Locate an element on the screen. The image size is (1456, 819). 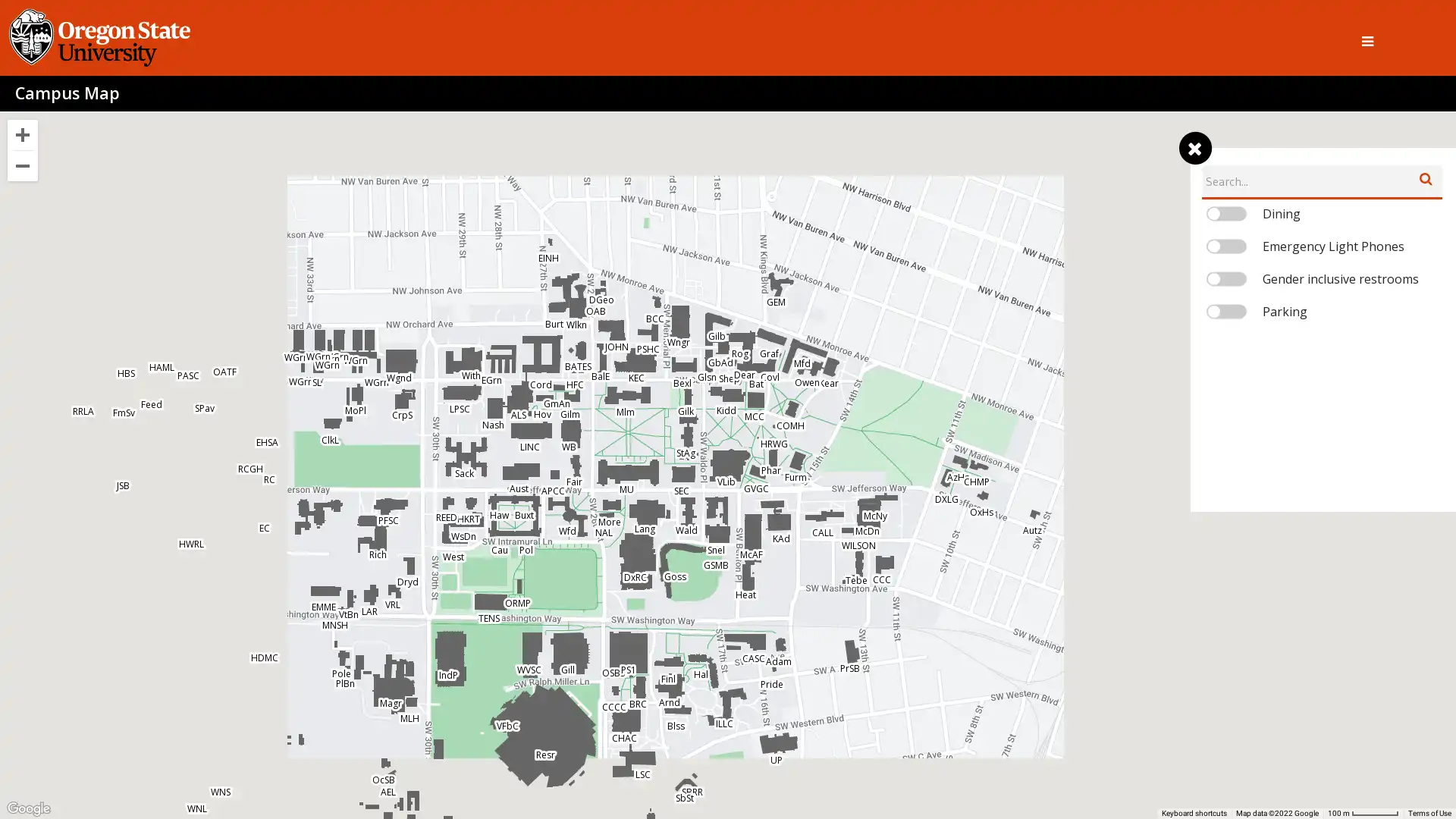
Clear search terms is located at coordinates (1425, 177).